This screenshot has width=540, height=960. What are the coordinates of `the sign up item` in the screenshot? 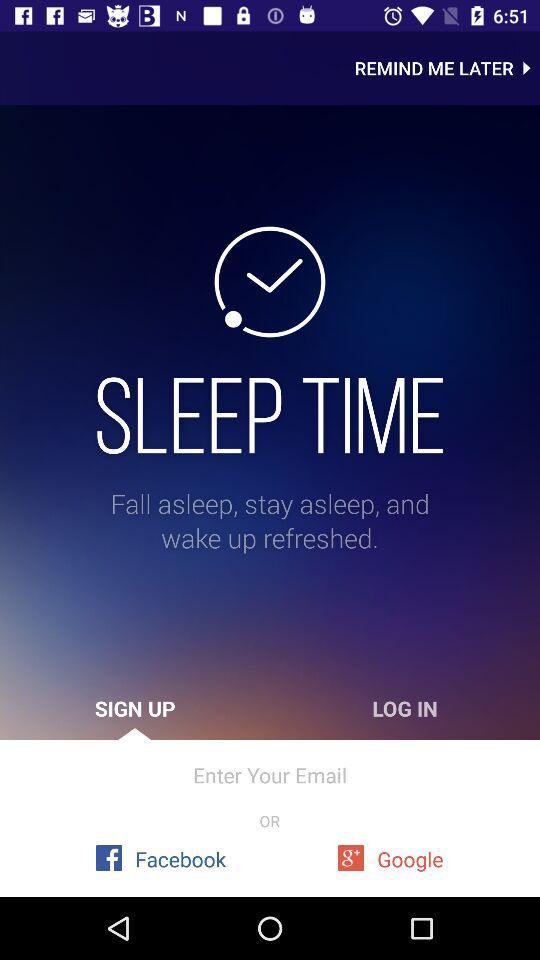 It's located at (135, 708).